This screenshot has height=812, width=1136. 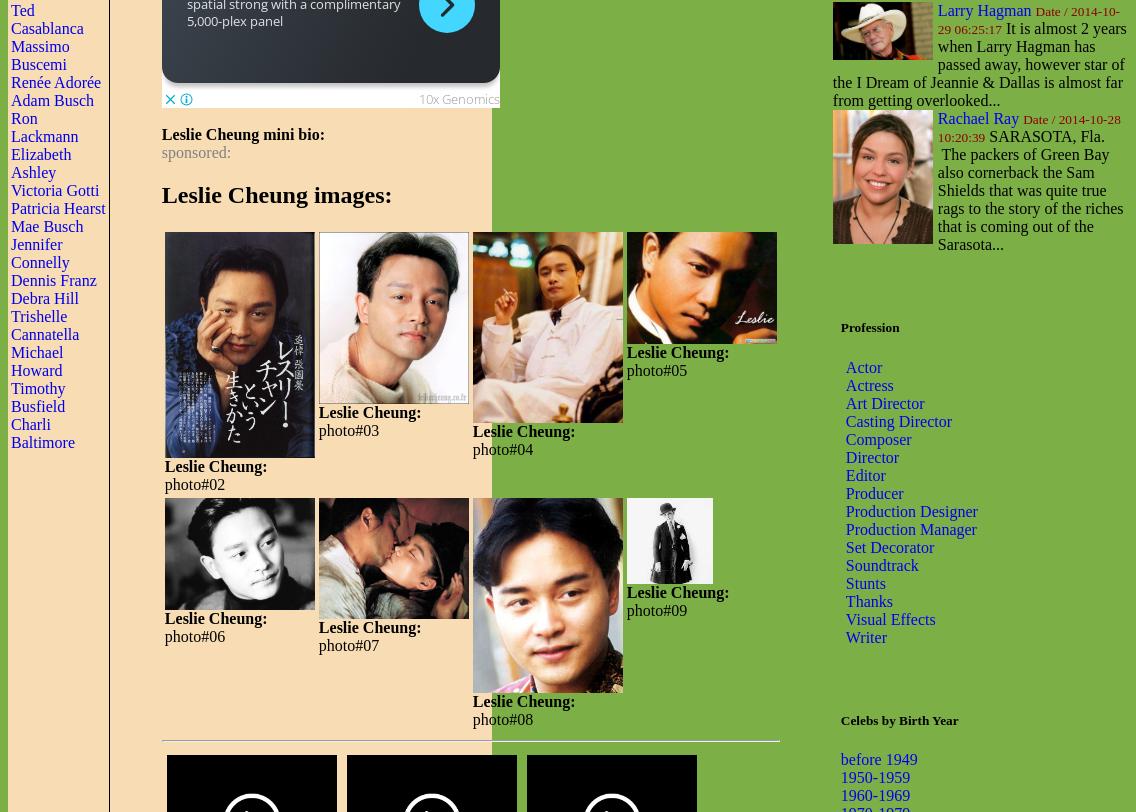 What do you see at coordinates (878, 437) in the screenshot?
I see `'Composer'` at bounding box center [878, 437].